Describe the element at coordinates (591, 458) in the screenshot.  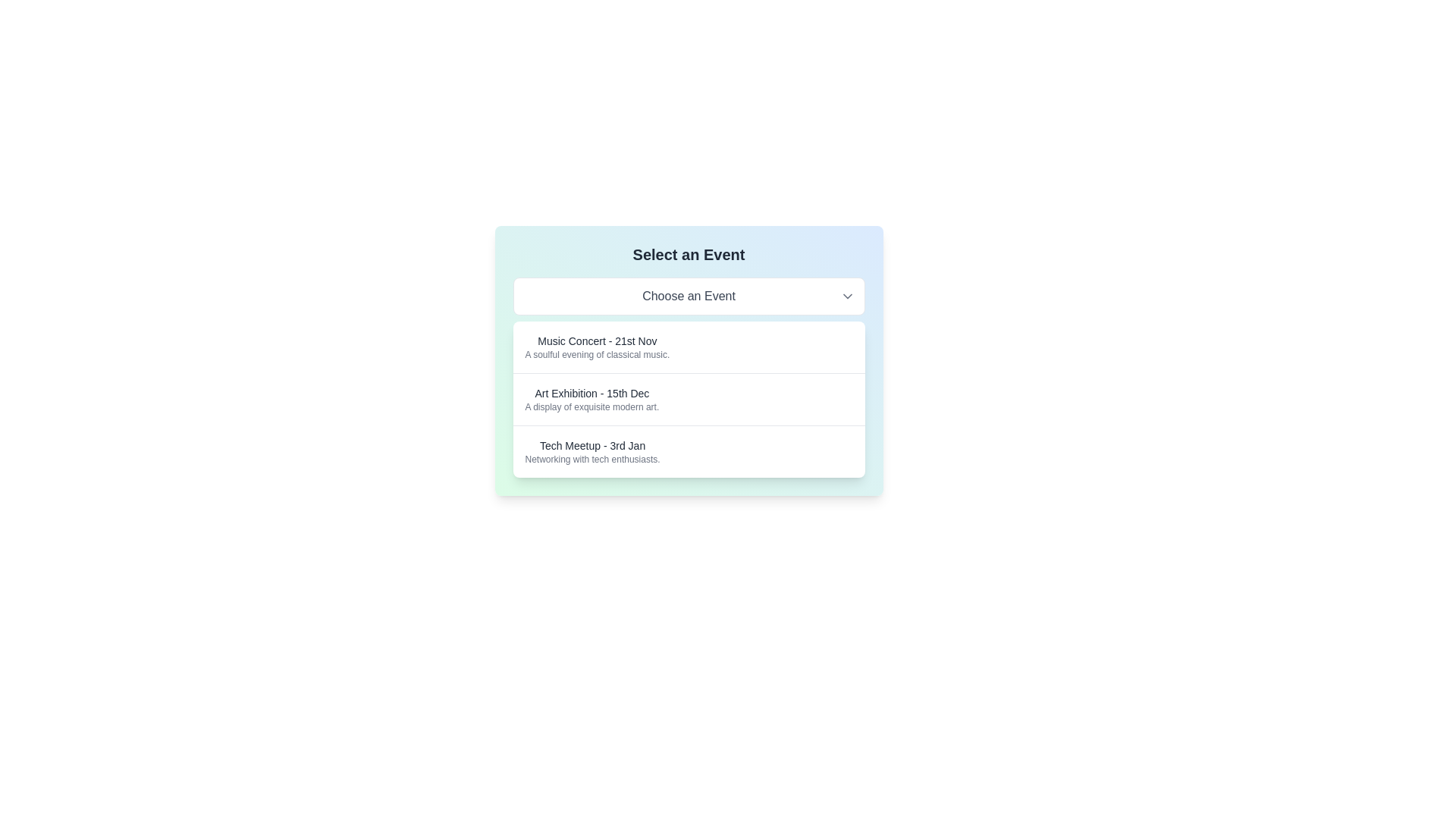
I see `secondary text providing details about the 'Tech Meetup - 3rd Jan' event, located beneath the title in the rightmost column of the dropdown menu` at that location.